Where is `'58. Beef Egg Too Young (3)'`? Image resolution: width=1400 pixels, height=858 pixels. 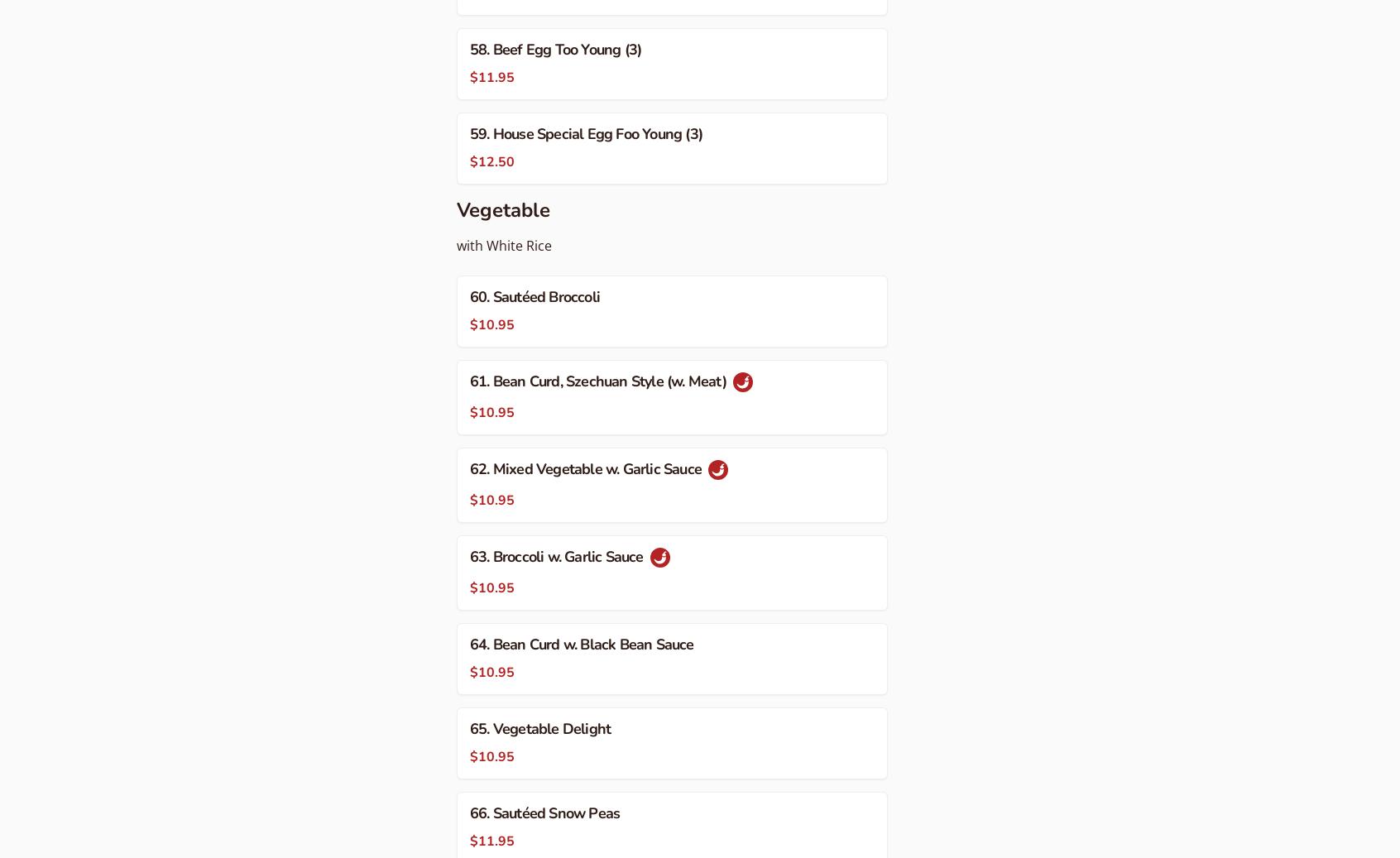 '58. Beef Egg Too Young (3)' is located at coordinates (469, 49).